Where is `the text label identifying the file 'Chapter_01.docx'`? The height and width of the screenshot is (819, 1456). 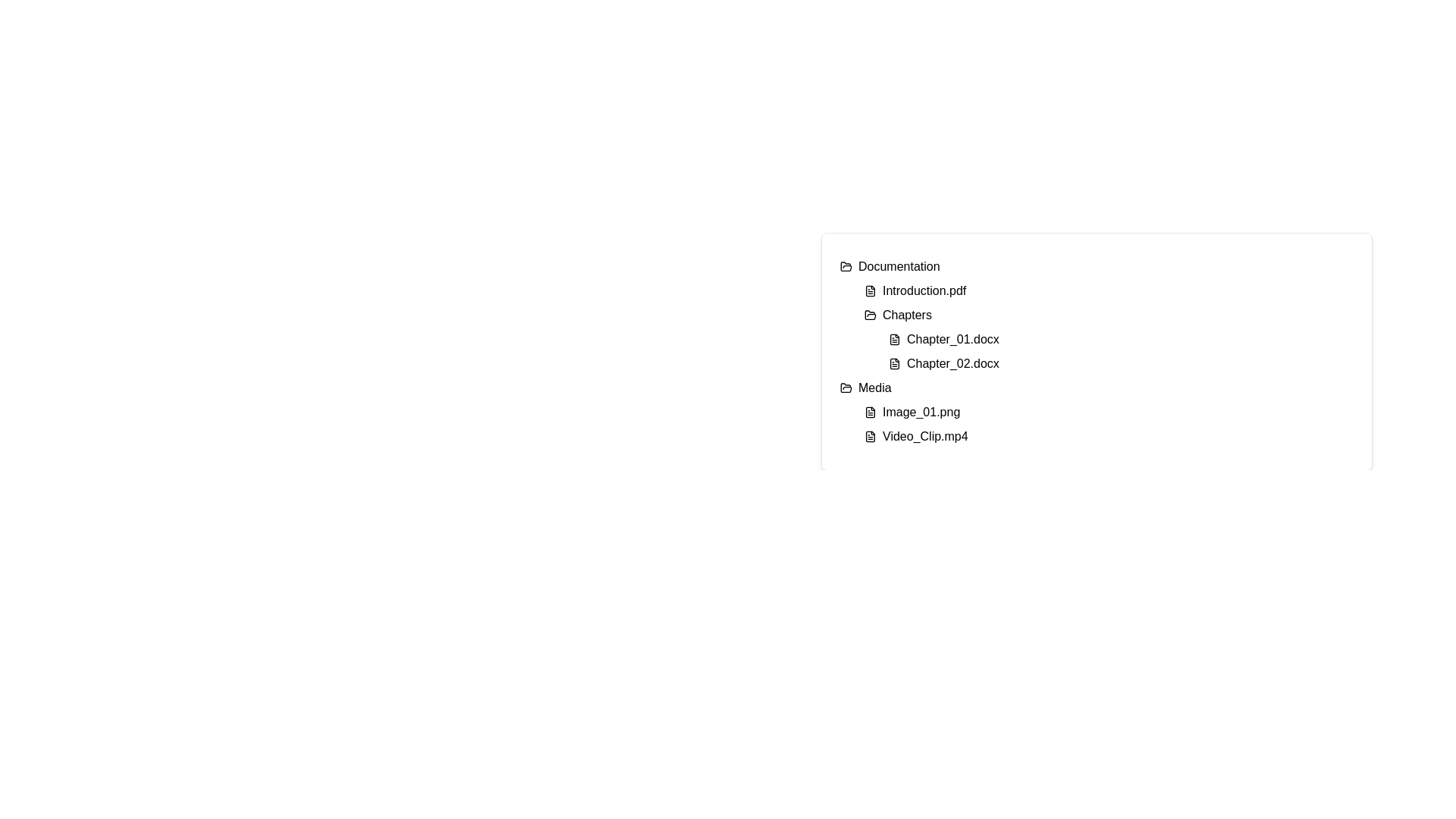
the text label identifying the file 'Chapter_01.docx' is located at coordinates (952, 338).